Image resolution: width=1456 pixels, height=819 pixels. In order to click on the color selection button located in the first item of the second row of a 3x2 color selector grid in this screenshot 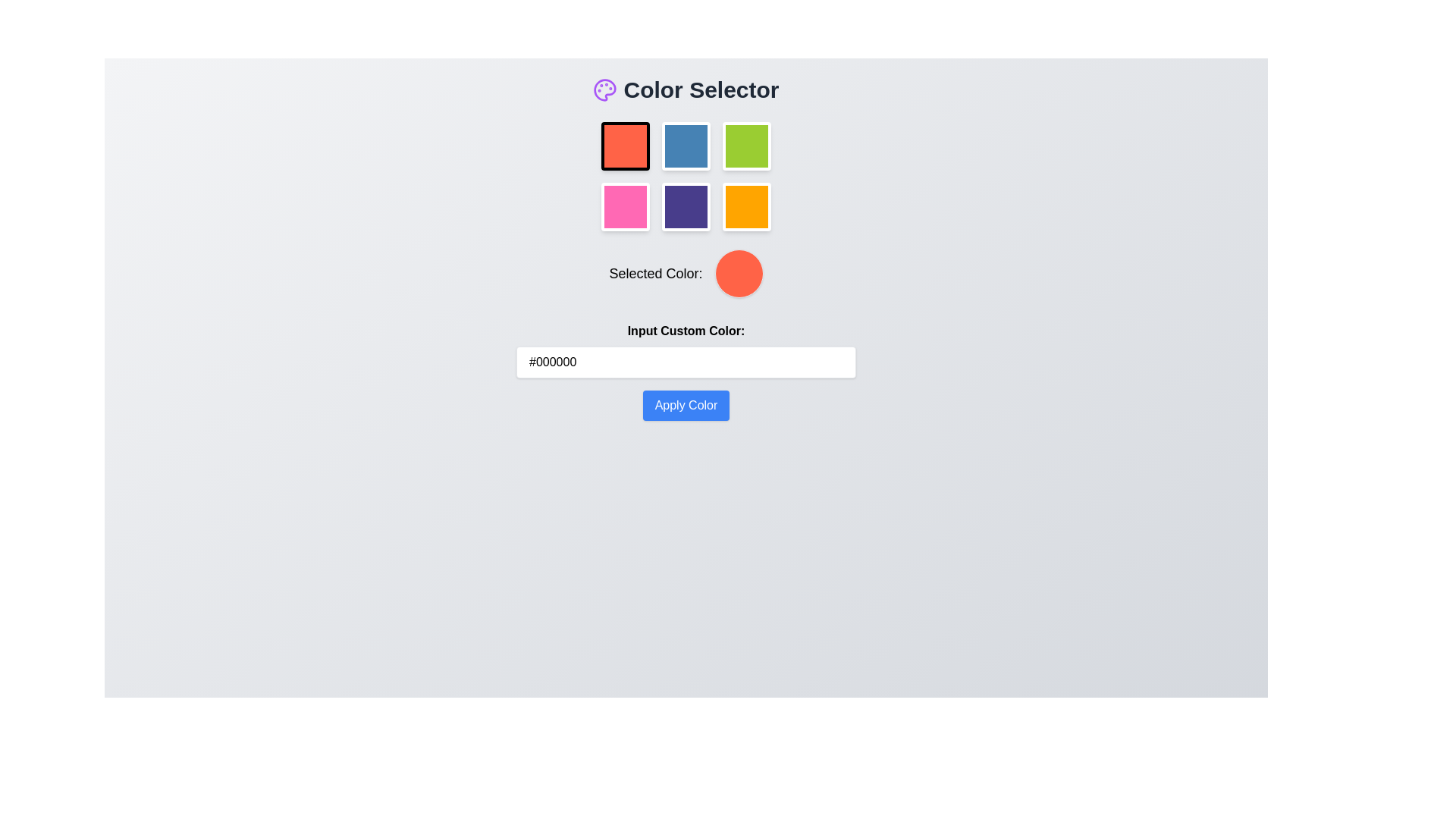, I will do `click(626, 207)`.